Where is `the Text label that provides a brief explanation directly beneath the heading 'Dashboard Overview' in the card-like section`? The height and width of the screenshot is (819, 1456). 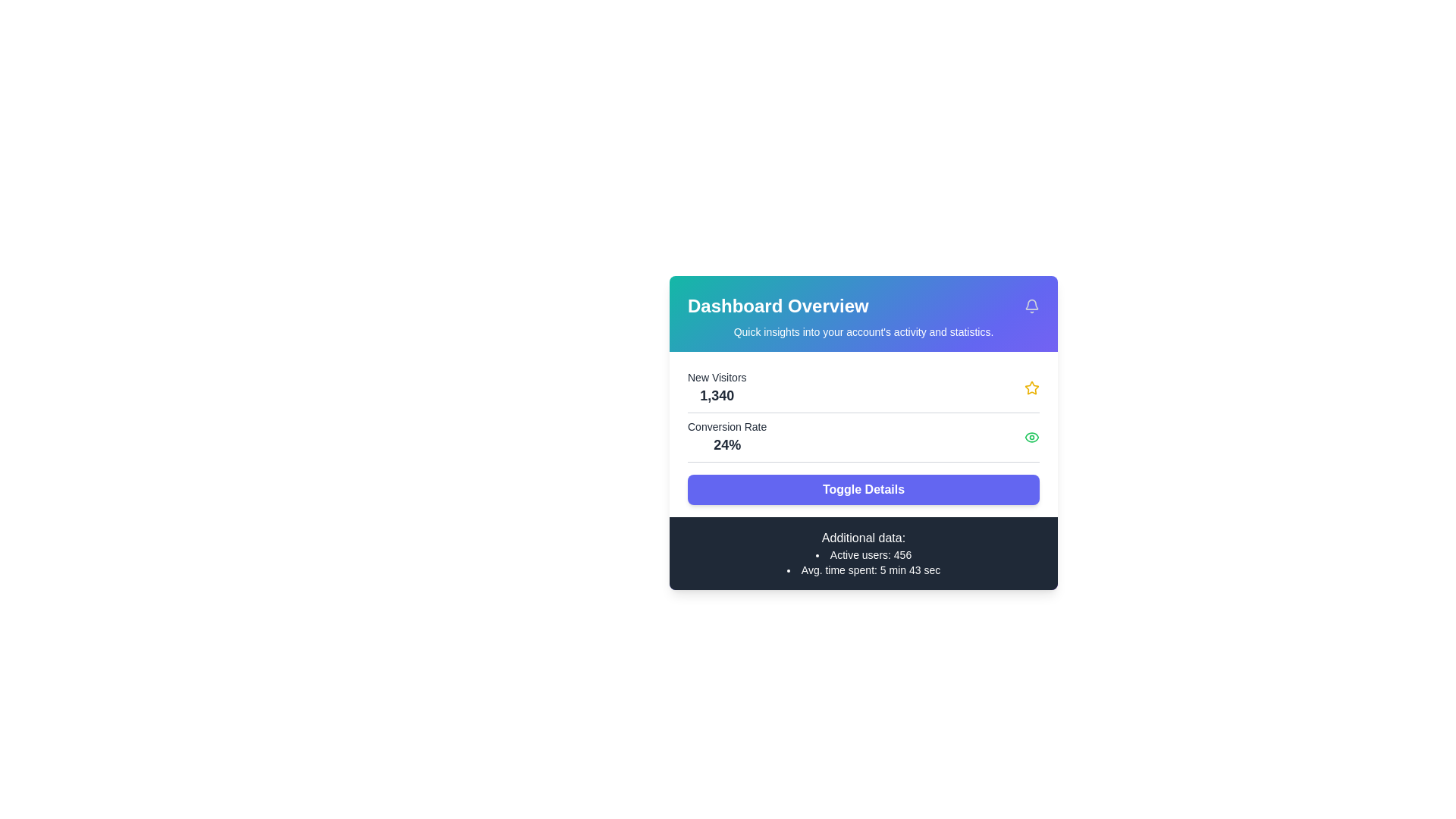 the Text label that provides a brief explanation directly beneath the heading 'Dashboard Overview' in the card-like section is located at coordinates (863, 331).